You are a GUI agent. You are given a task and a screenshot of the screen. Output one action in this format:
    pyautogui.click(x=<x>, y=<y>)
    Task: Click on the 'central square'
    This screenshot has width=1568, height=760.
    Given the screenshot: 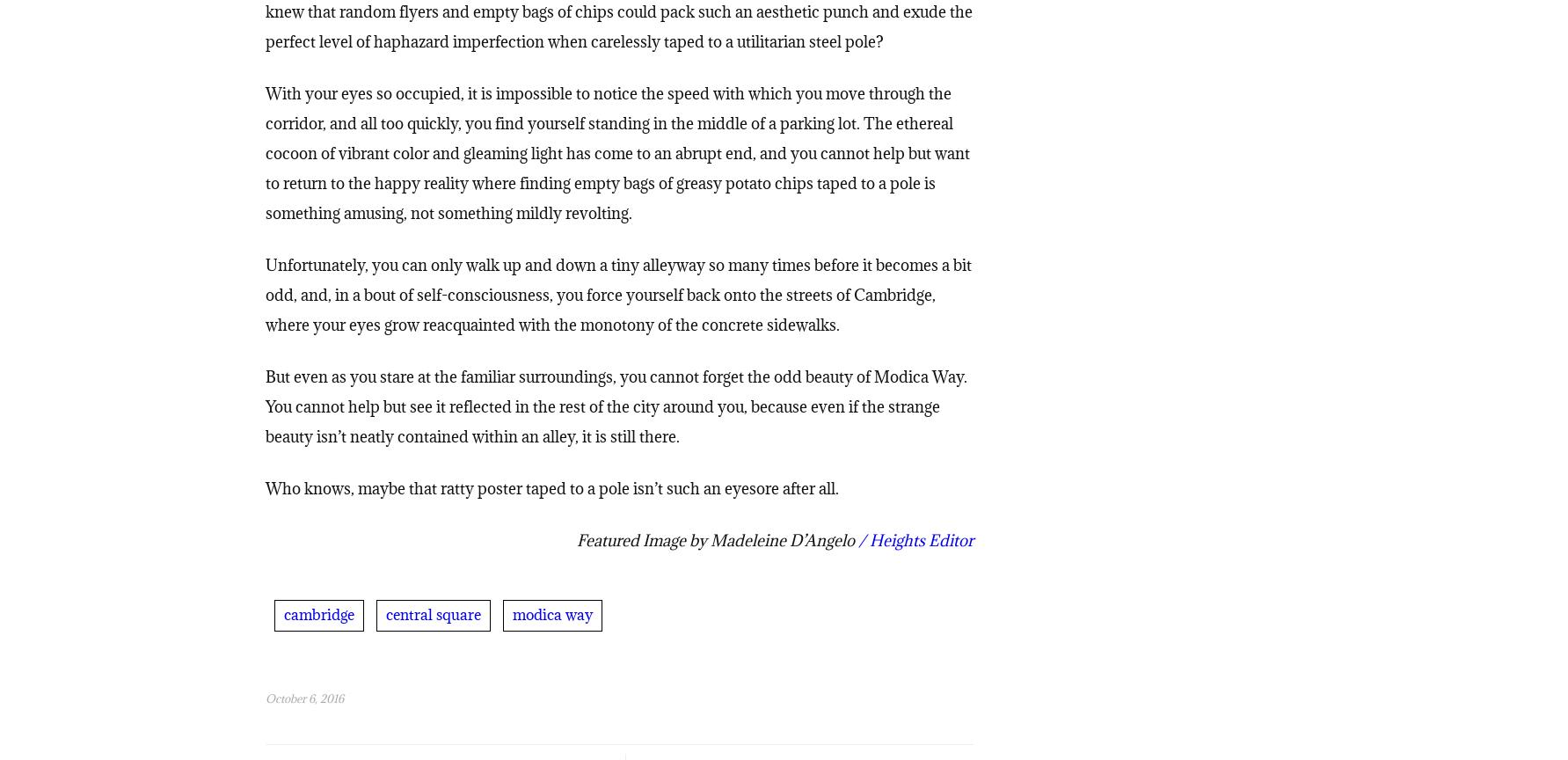 What is the action you would take?
    pyautogui.click(x=432, y=618)
    